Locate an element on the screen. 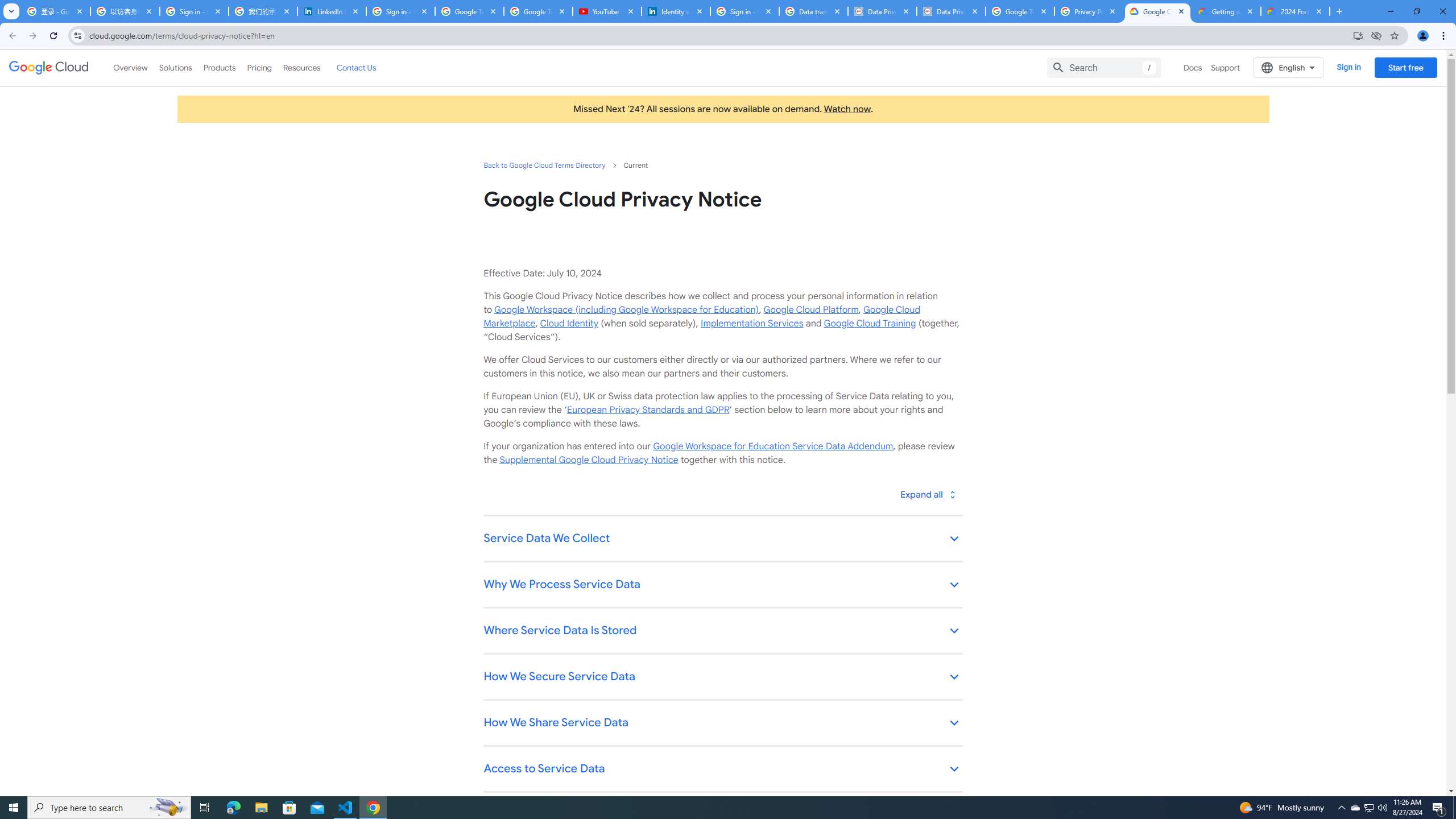 This screenshot has height=819, width=1456. 'Data Privacy Framework' is located at coordinates (882, 11).